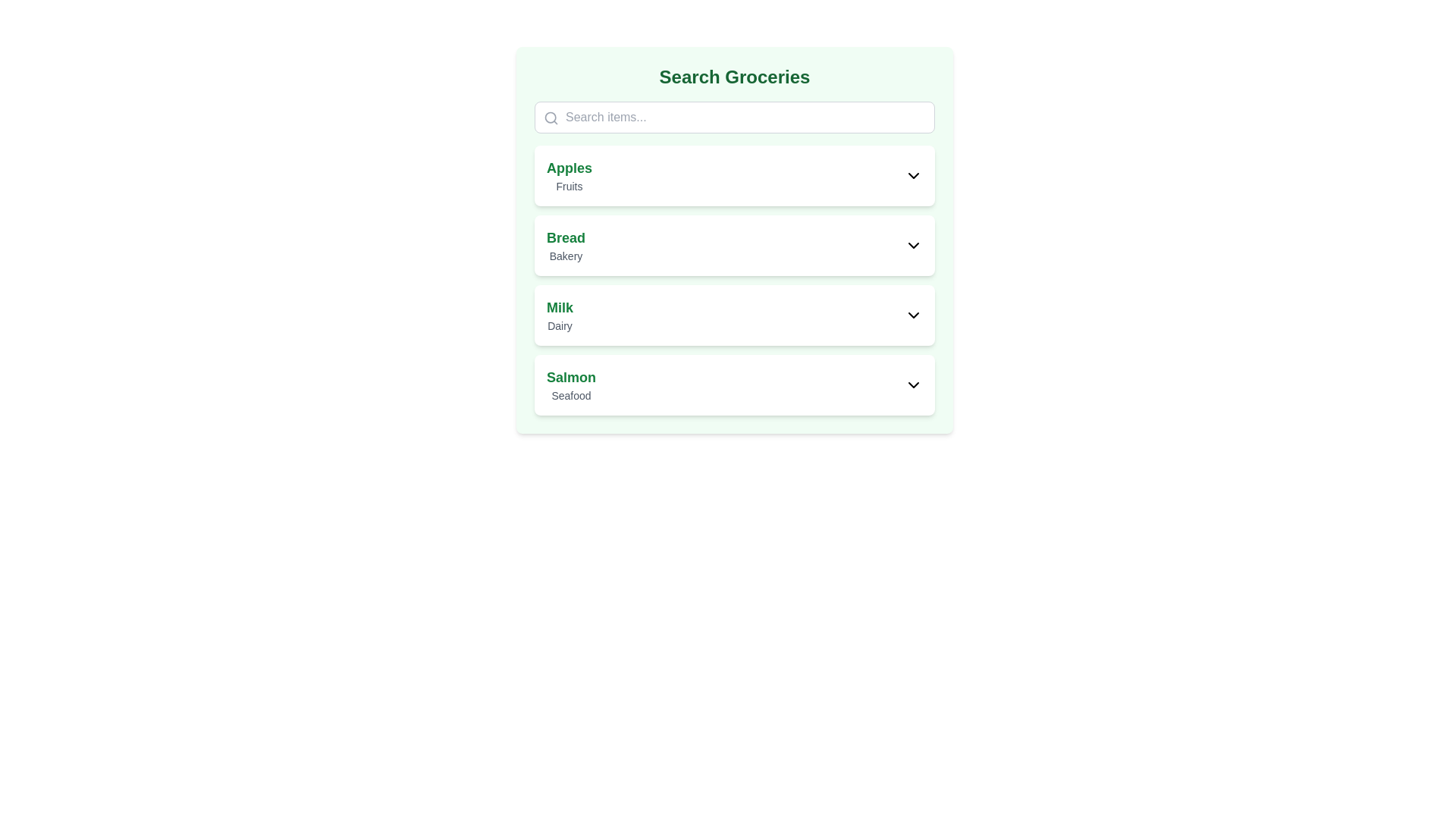  I want to click on the 'Salmon' label located in the fourth block under 'Seafood', positioned above a dropdown indicator, so click(570, 376).